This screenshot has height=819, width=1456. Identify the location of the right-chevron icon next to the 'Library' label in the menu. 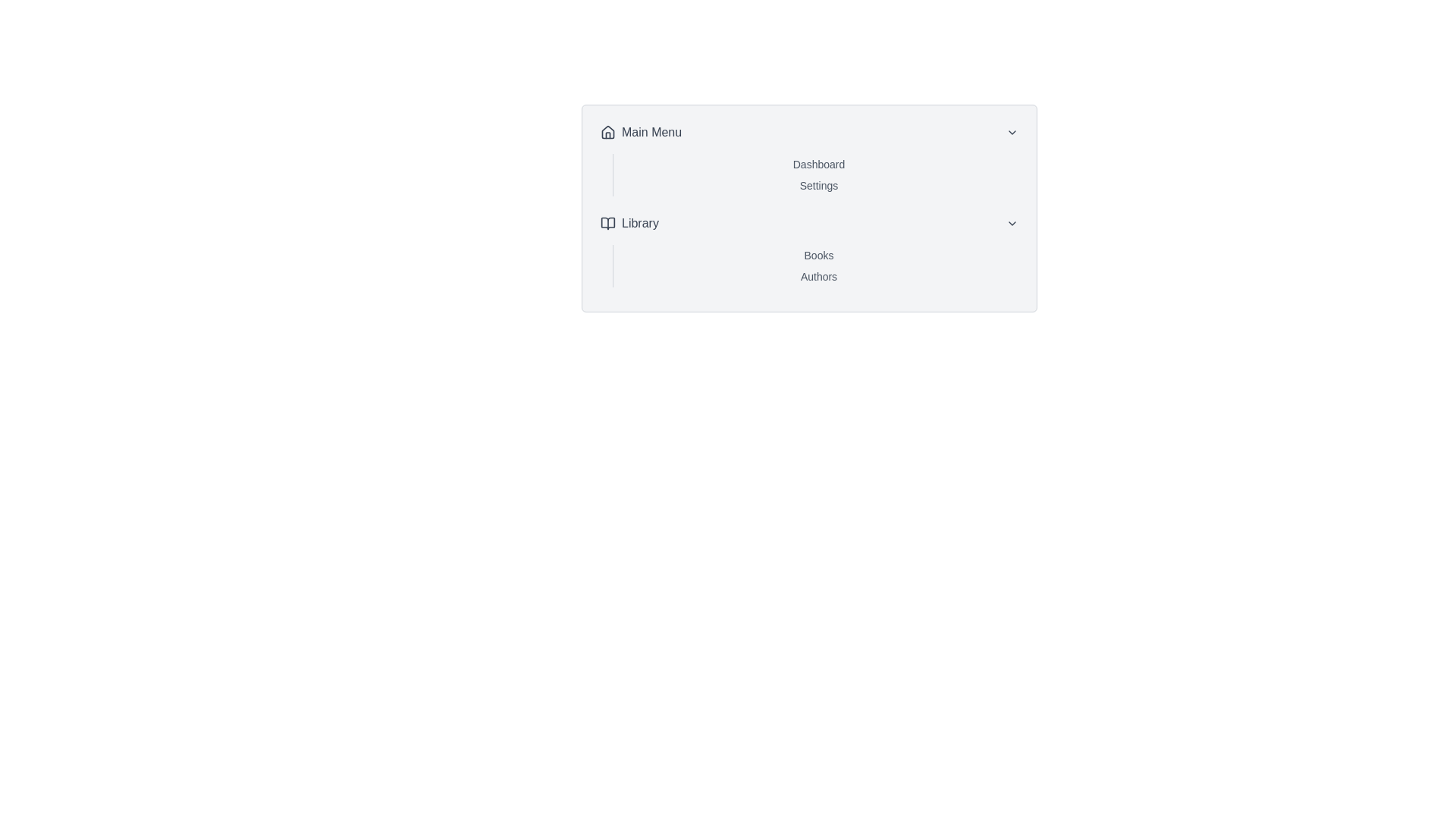
(1012, 223).